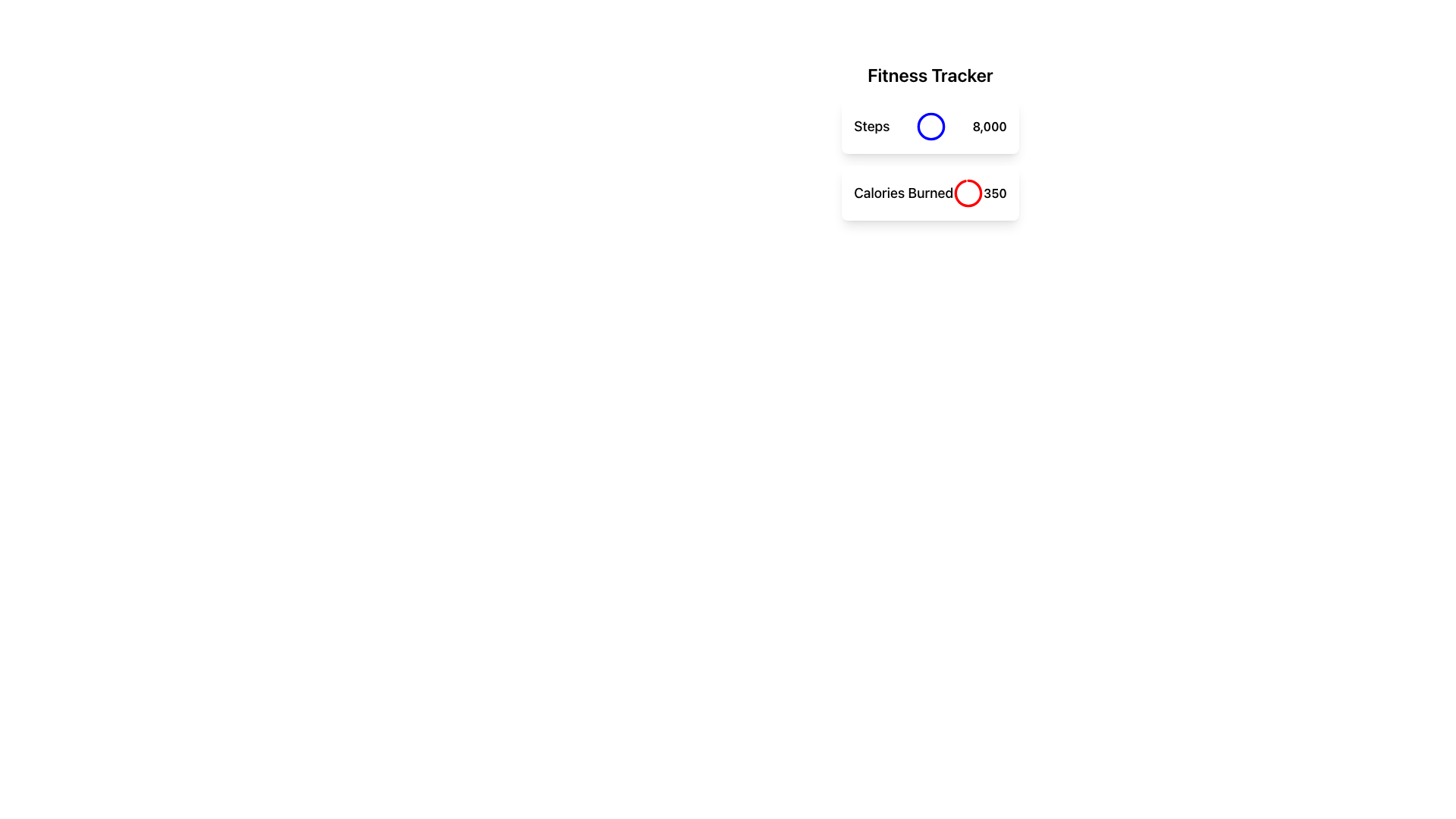  Describe the element at coordinates (995, 192) in the screenshot. I see `displayed numeric value '350' representing the calories burned, located to the right of a red-stroked circular graphic within the 'Calories Burned' box in the 'Fitness Tracker' panel` at that location.